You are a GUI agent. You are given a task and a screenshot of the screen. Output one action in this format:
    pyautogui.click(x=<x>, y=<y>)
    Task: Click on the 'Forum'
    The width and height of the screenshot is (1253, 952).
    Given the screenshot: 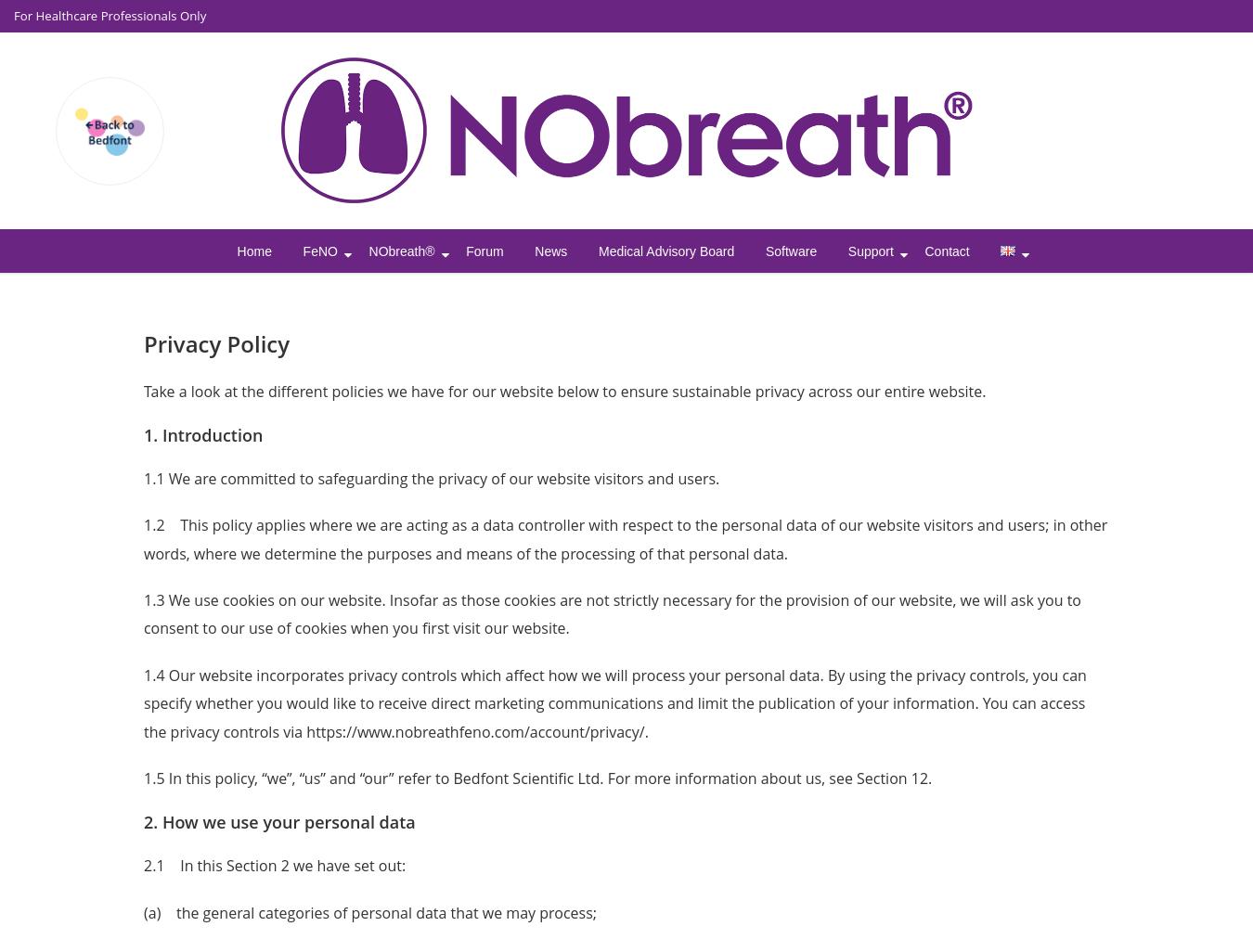 What is the action you would take?
    pyautogui.click(x=484, y=250)
    